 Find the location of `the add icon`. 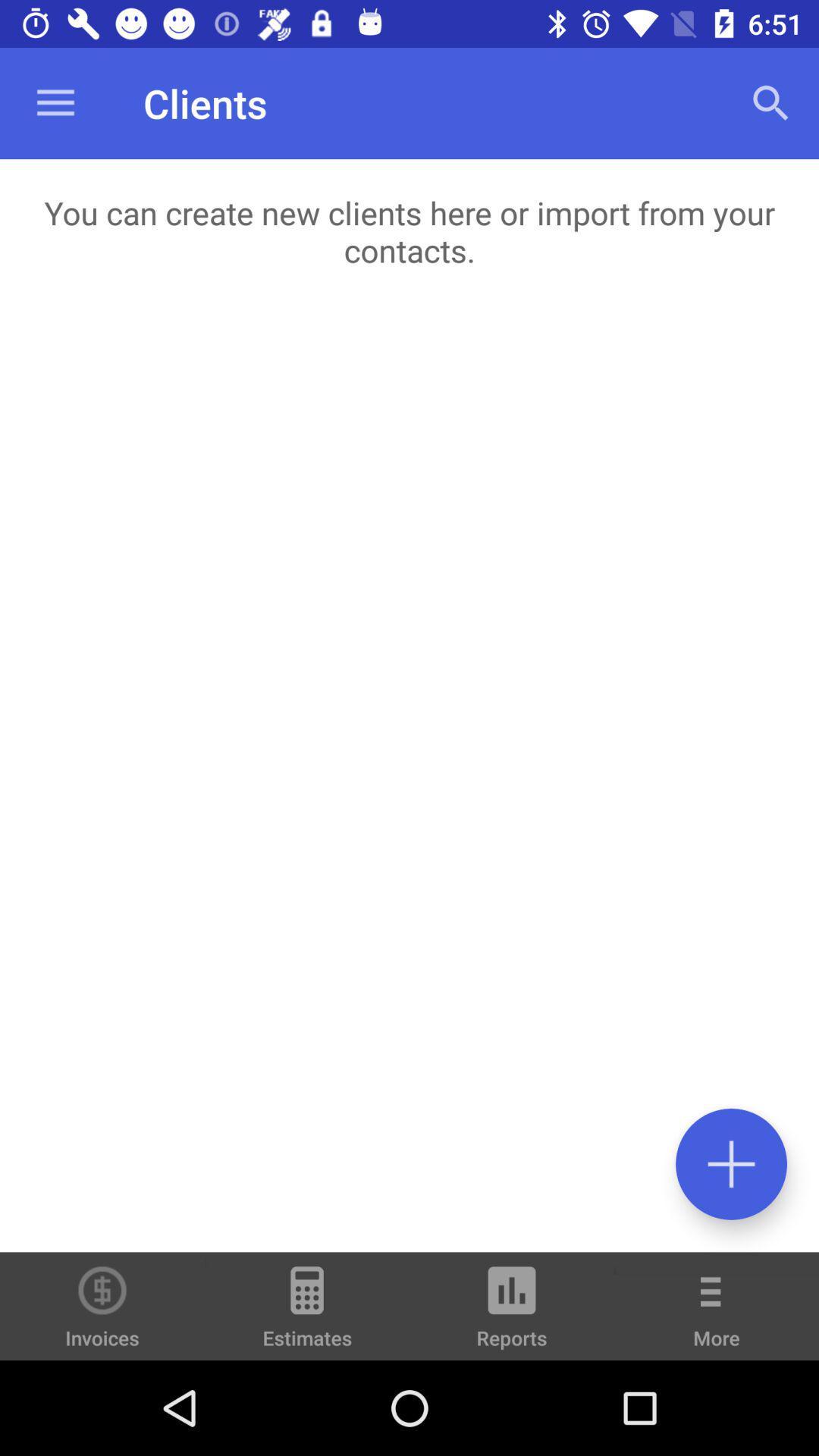

the add icon is located at coordinates (730, 1163).